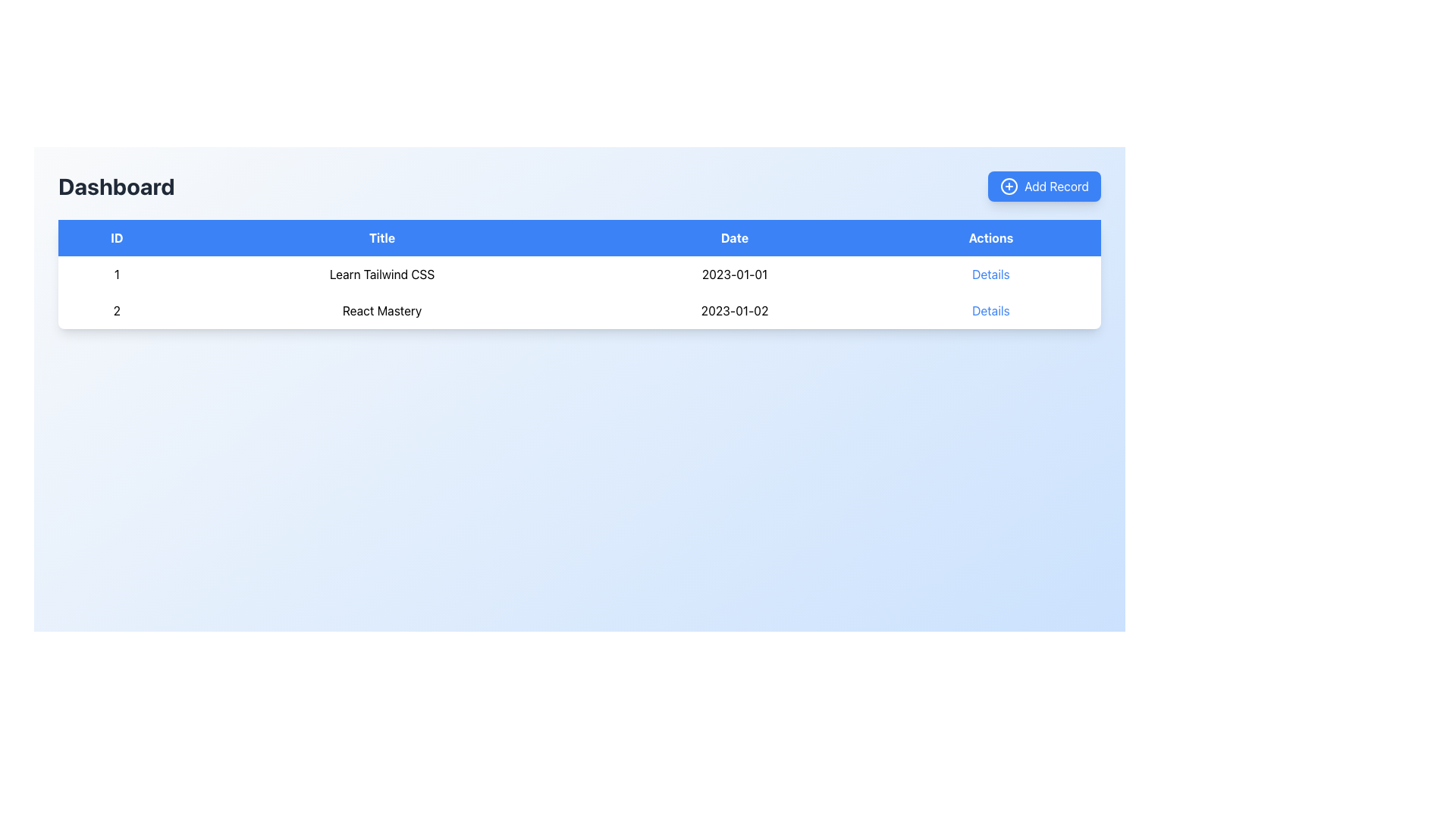 The height and width of the screenshot is (819, 1456). What do you see at coordinates (735, 309) in the screenshot?
I see `the static text label displaying the date '2023-01-02', which is located in the third column of the second row of the data table, adjacent to 'React Mastery' and 'Details'` at bounding box center [735, 309].